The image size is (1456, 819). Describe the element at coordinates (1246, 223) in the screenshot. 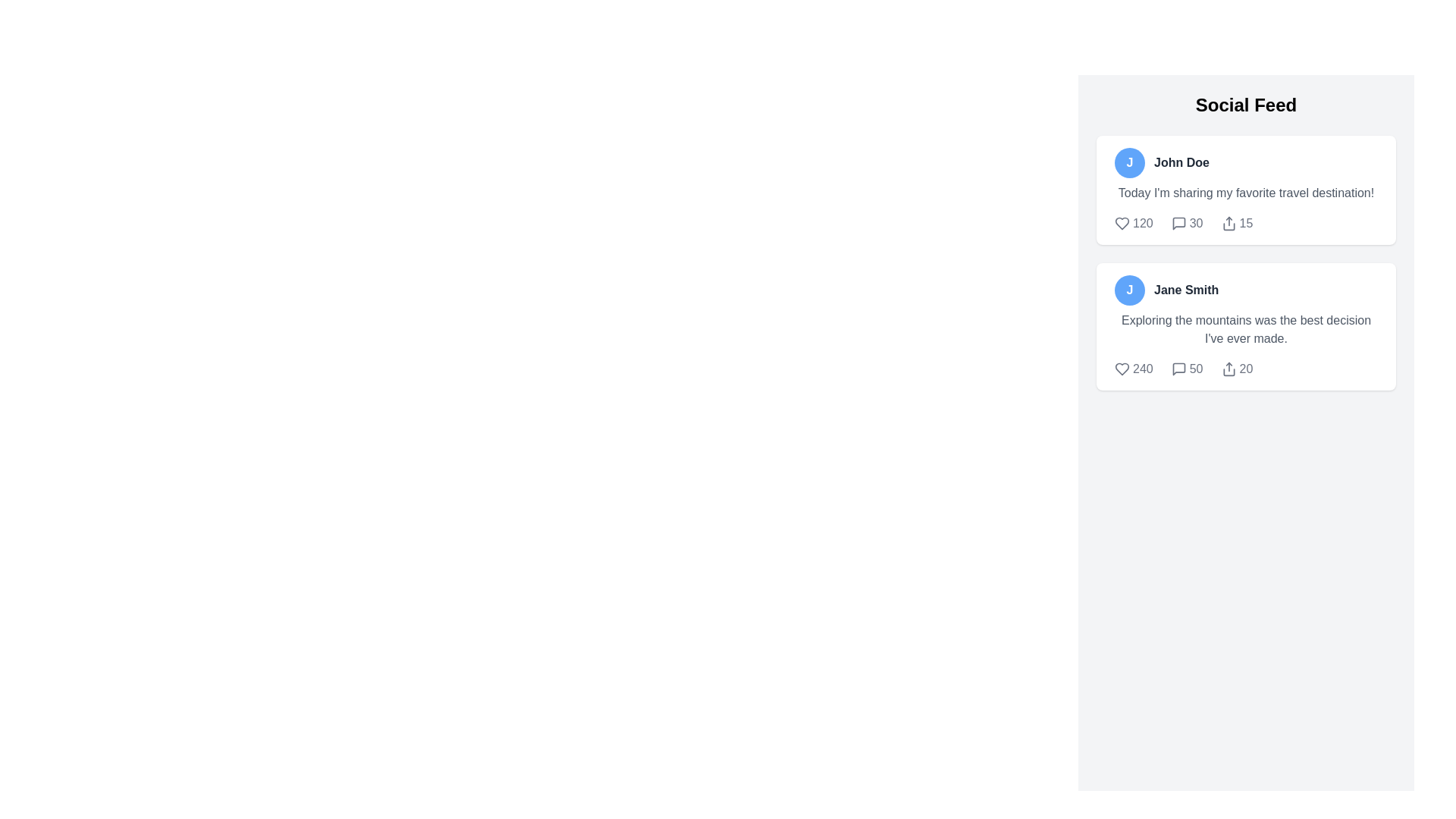

I see `the text component displaying the number '15', which is styled with gray text and located beneath the post content by 'John Doe'` at that location.